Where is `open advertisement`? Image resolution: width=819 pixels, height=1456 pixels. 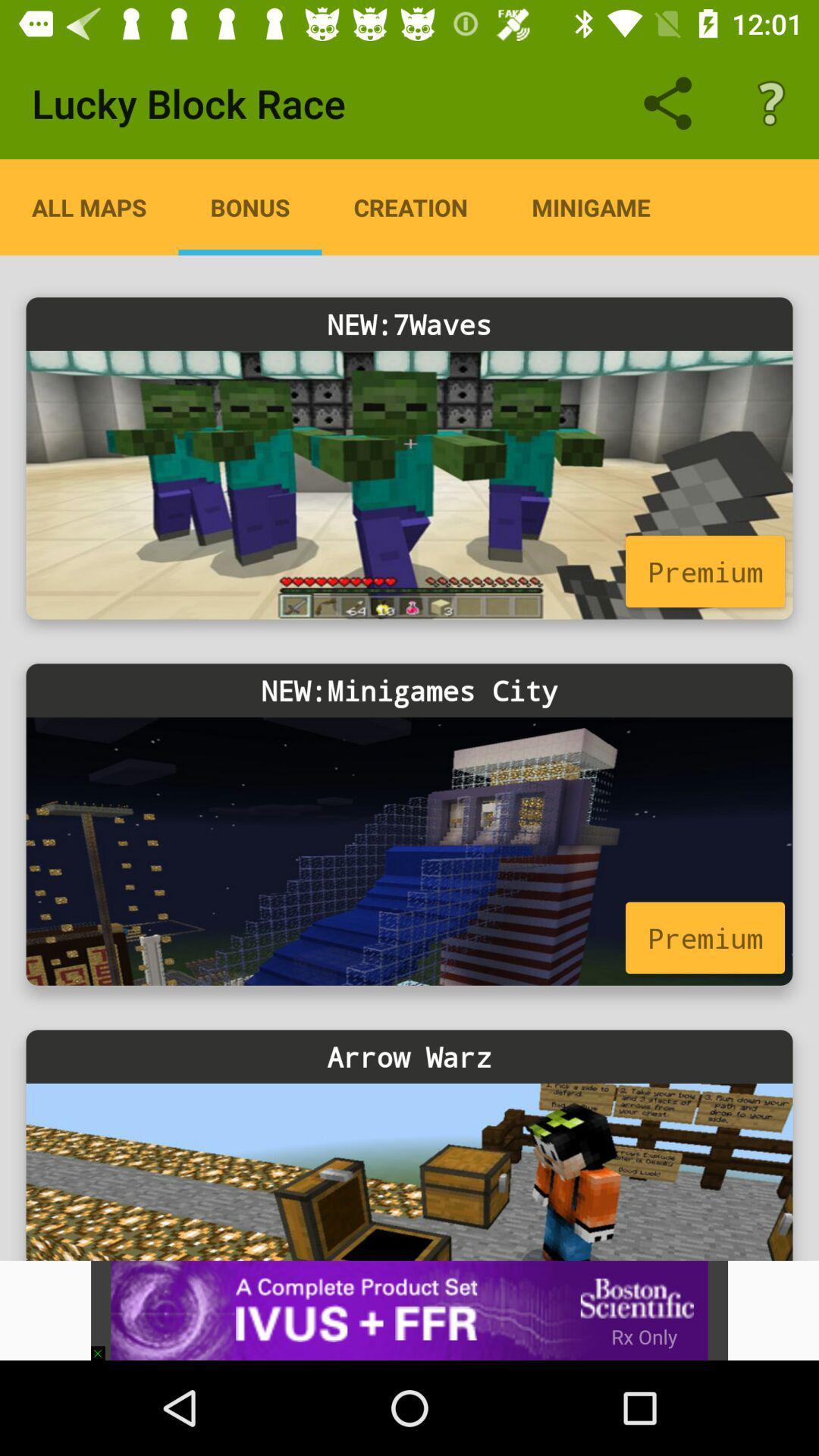
open advertisement is located at coordinates (409, 1310).